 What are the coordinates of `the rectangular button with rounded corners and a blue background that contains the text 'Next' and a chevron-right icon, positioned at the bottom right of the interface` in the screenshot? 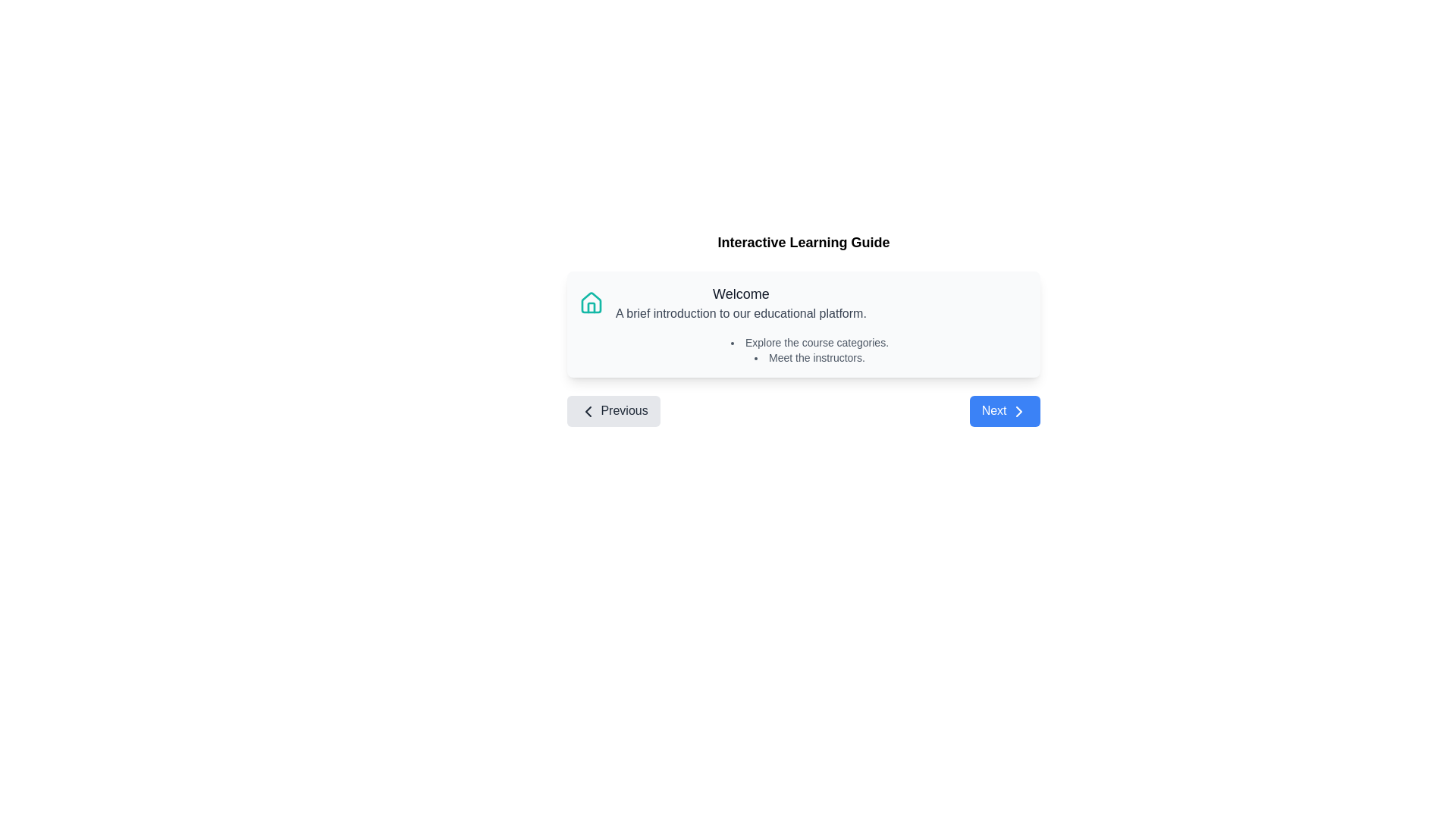 It's located at (1005, 411).